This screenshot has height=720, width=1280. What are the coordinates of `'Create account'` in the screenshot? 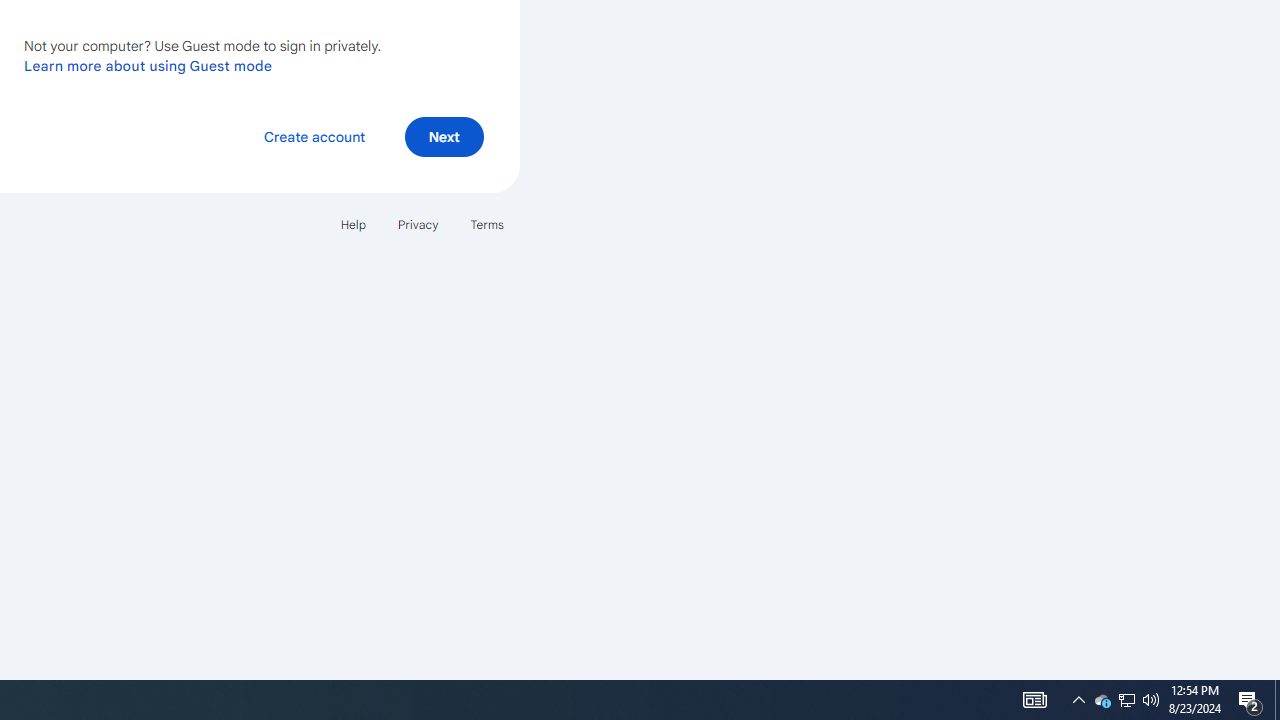 It's located at (313, 135).